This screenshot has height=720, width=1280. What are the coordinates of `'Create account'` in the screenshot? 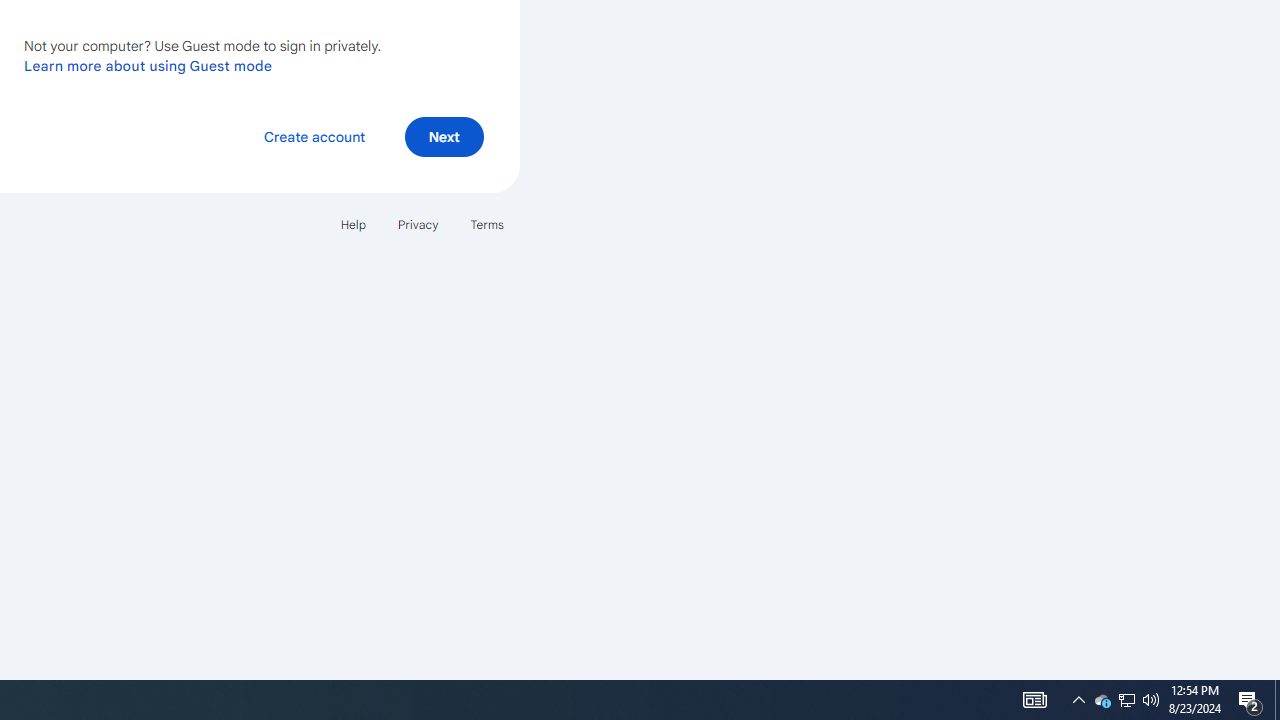 It's located at (313, 135).